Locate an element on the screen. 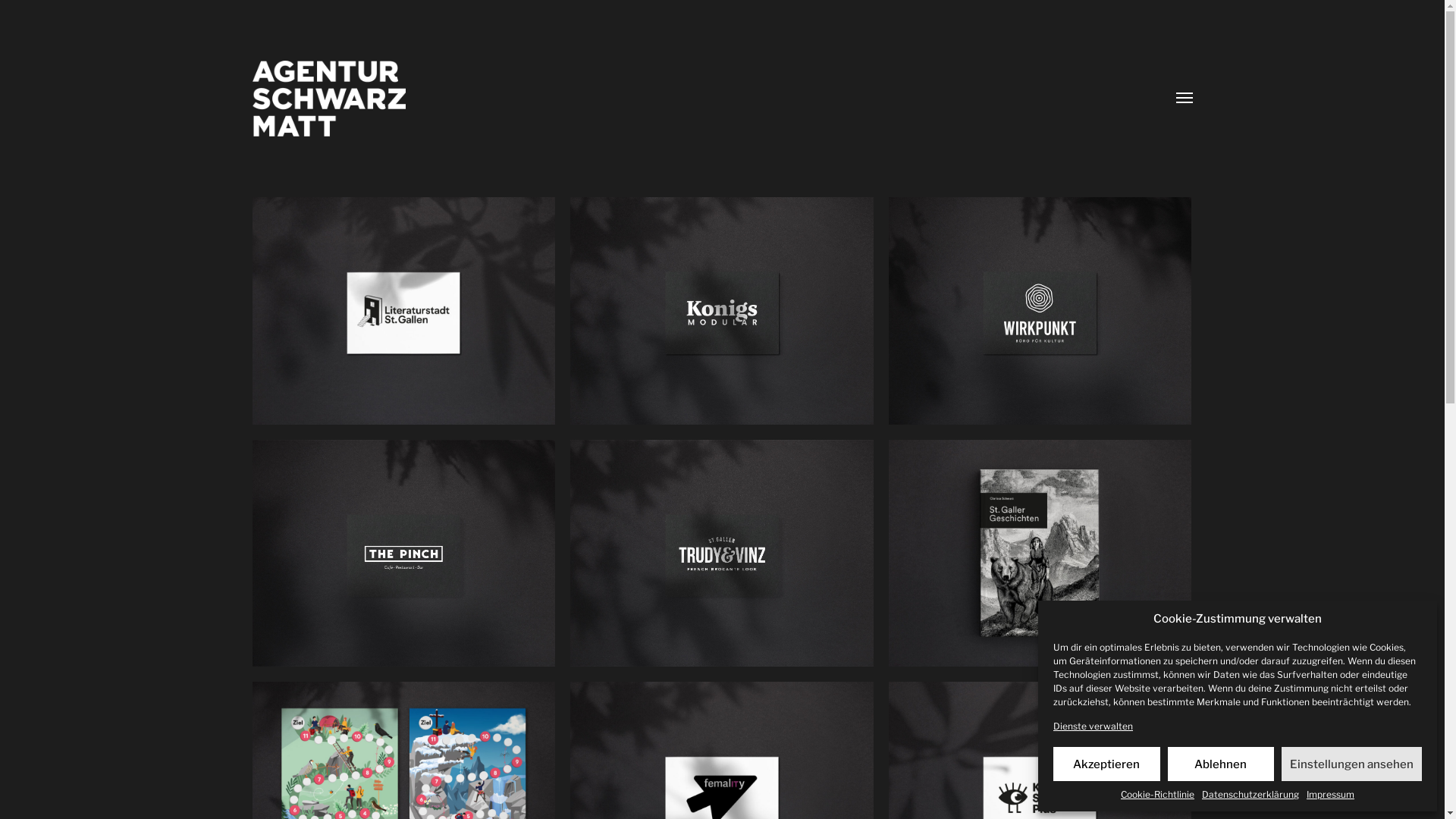 The width and height of the screenshot is (1456, 819). 'Agentur Schwarzmatt GmbH' is located at coordinates (251, 99).